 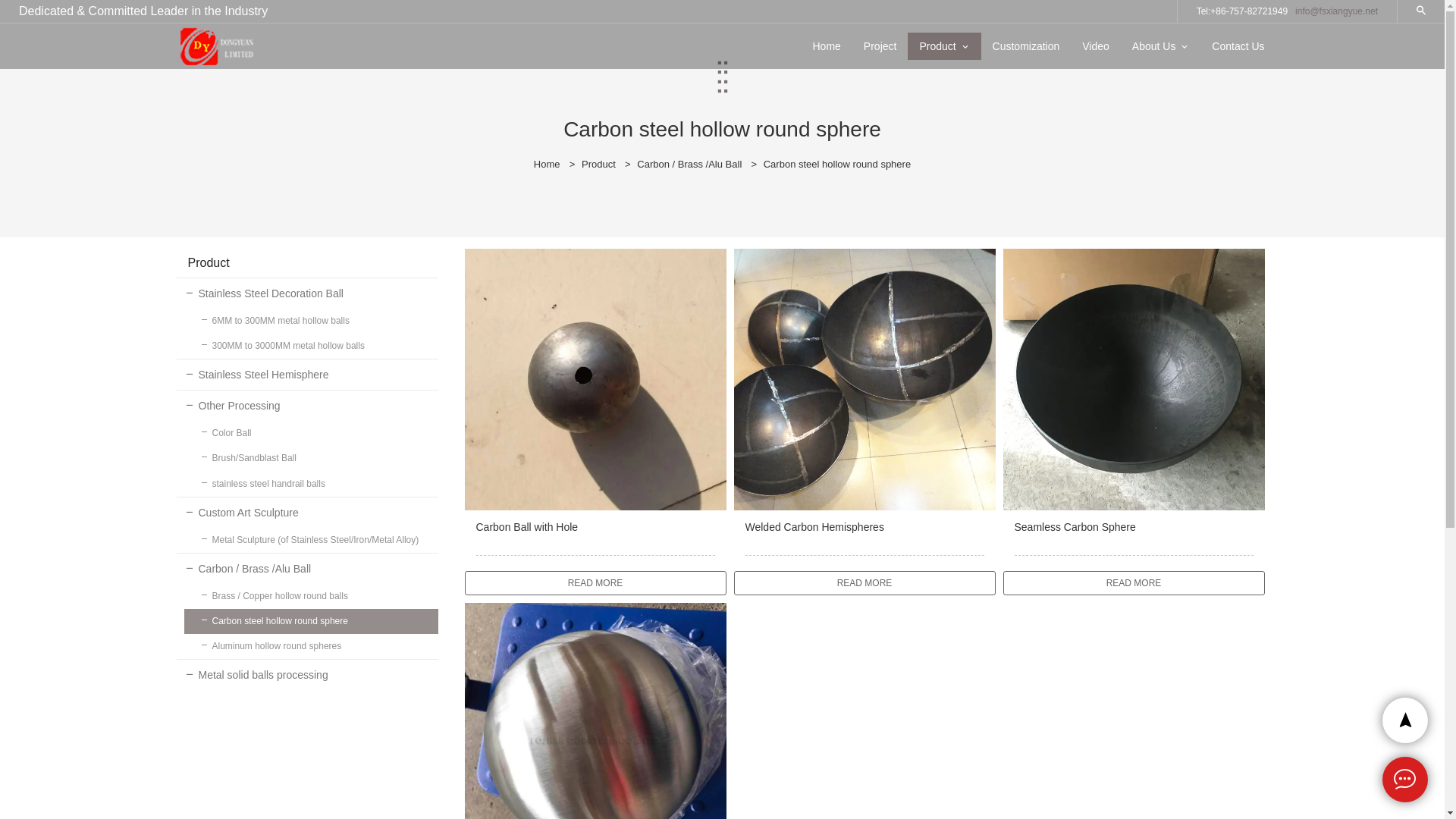 What do you see at coordinates (594, 536) in the screenshot?
I see `'Carbon Ball with Hole'` at bounding box center [594, 536].